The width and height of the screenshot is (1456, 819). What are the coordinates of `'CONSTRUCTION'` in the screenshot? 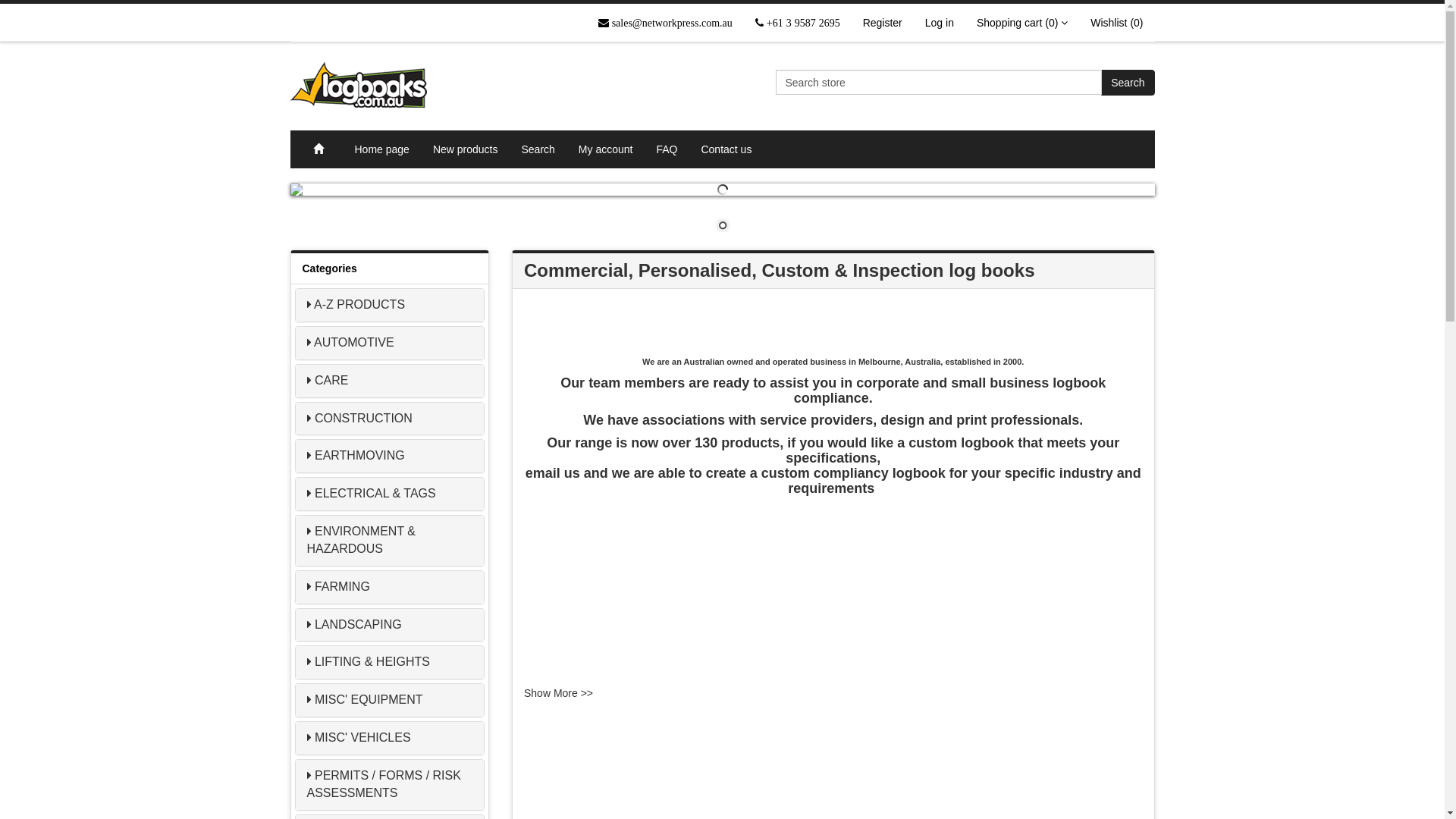 It's located at (313, 418).